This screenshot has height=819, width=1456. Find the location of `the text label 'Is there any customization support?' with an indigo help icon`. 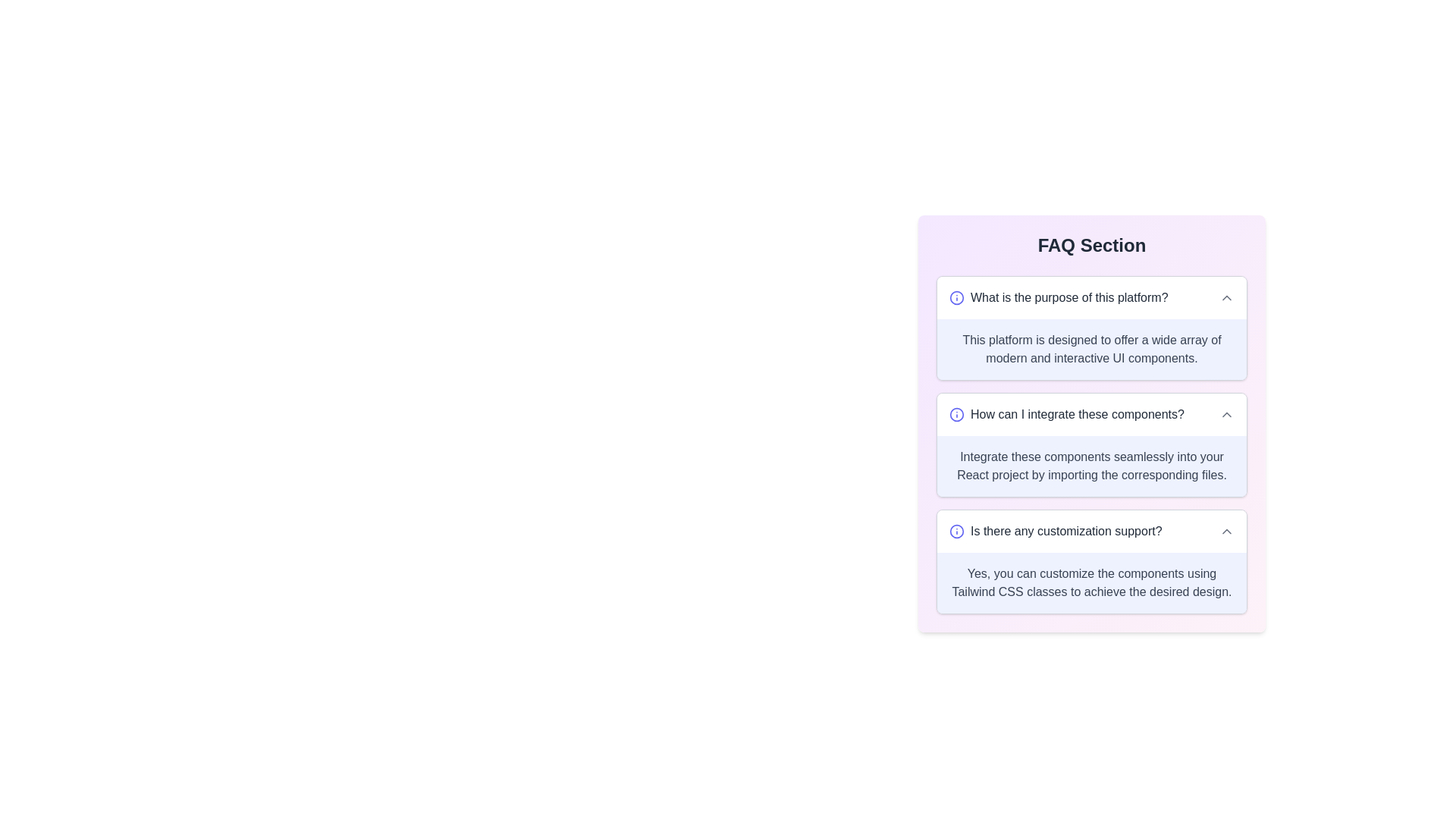

the text label 'Is there any customization support?' with an indigo help icon is located at coordinates (1055, 531).